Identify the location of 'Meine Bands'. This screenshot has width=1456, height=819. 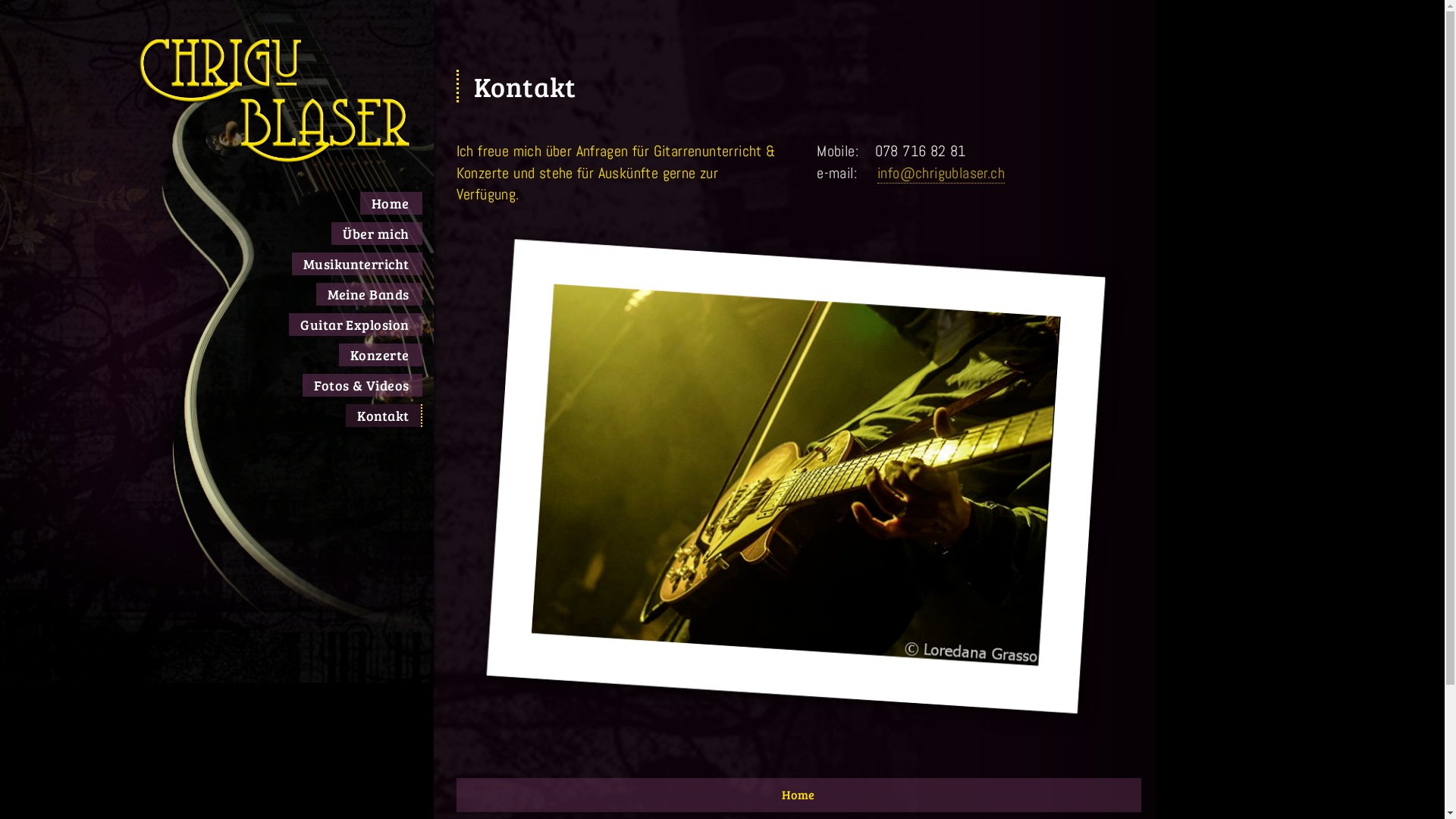
(369, 294).